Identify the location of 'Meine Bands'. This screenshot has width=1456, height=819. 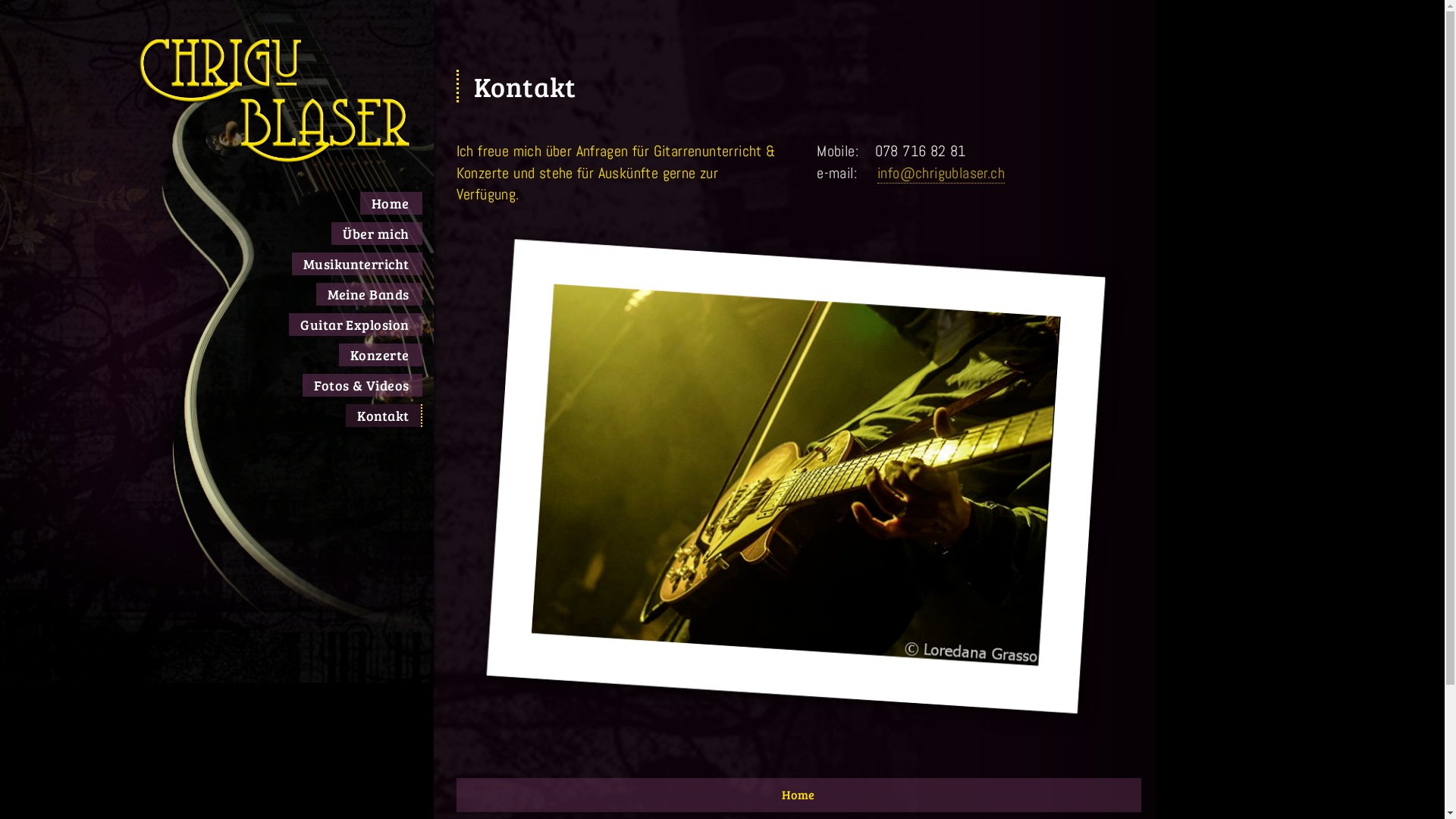
(369, 294).